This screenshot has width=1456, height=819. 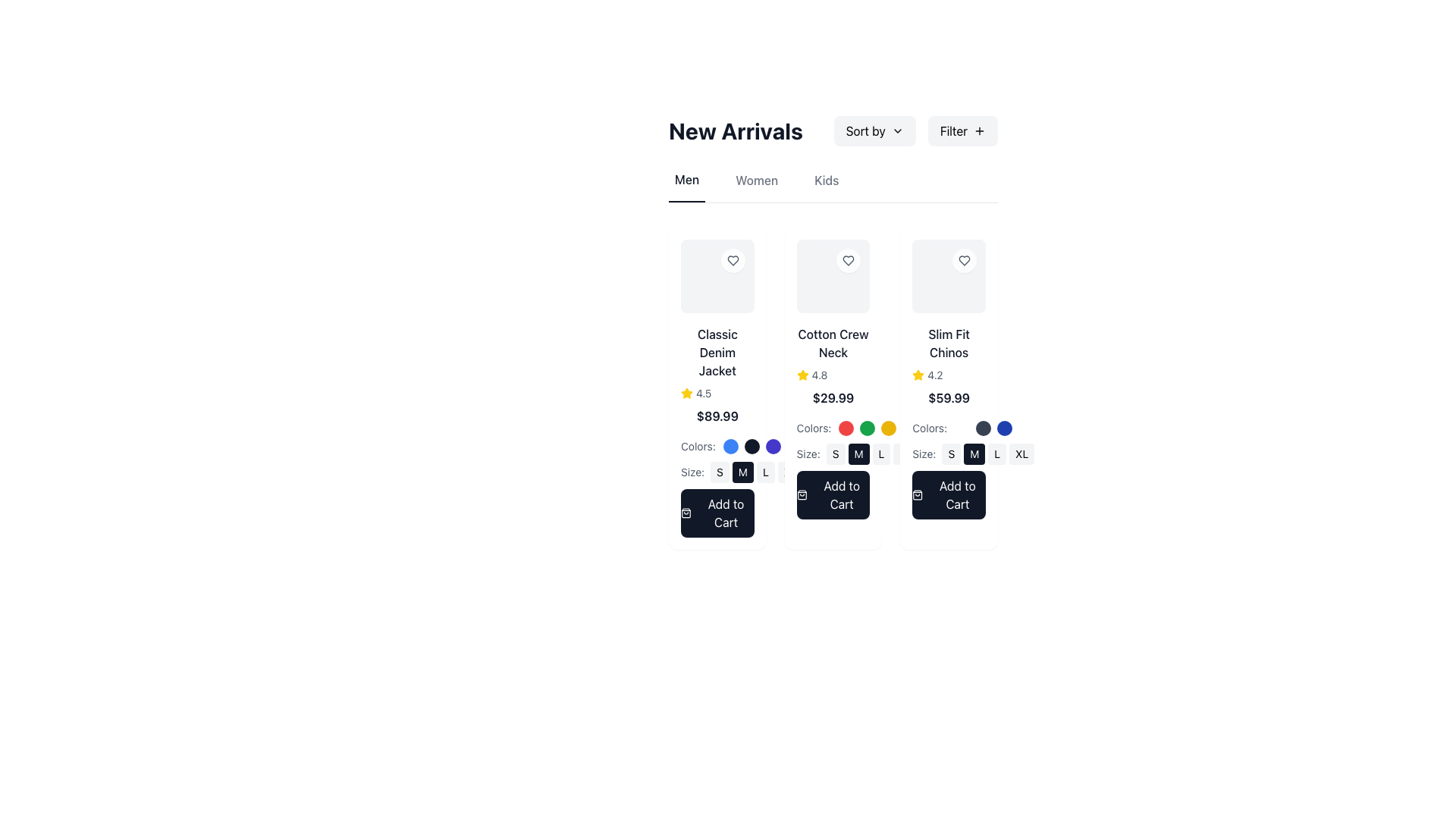 I want to click on the 'Add to Cart' button located at the bottom of the 'Cotton Crew Neck' product card in the third card of the grid layout, so click(x=833, y=494).